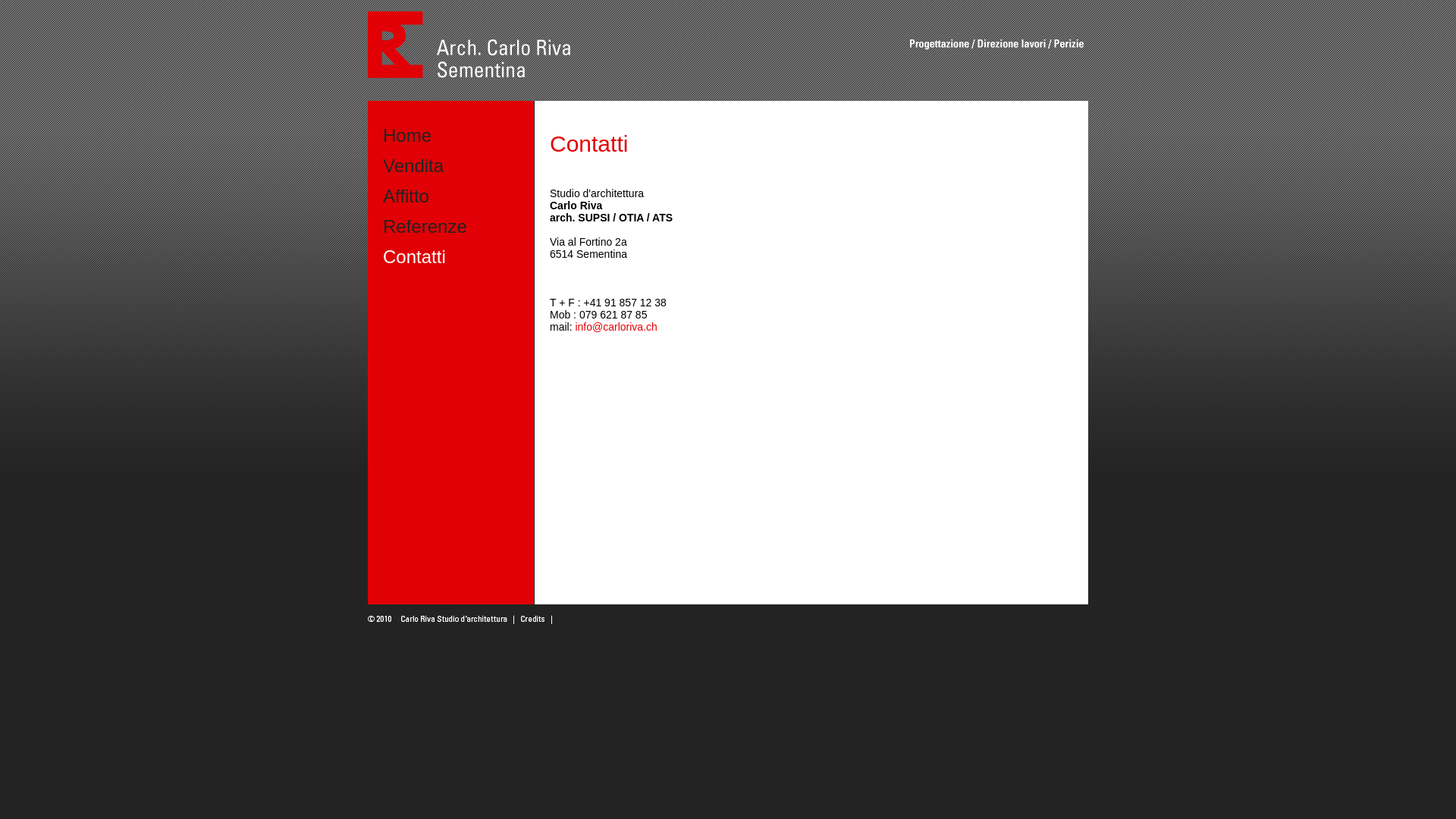  Describe the element at coordinates (382, 134) in the screenshot. I see `'Home'` at that location.